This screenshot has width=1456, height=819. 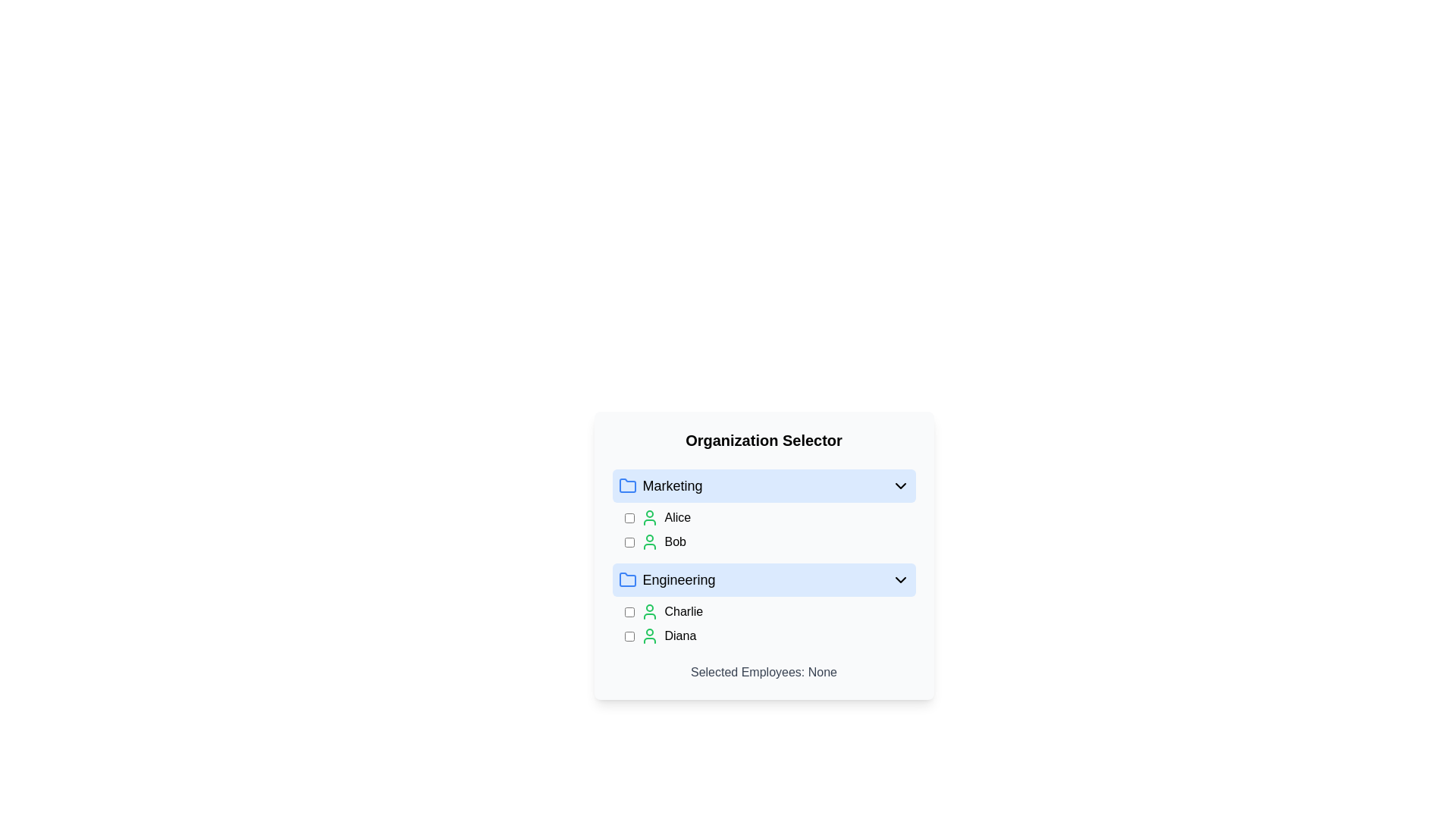 I want to click on the checkbox associated with the list item 'Diana', so click(x=770, y=636).